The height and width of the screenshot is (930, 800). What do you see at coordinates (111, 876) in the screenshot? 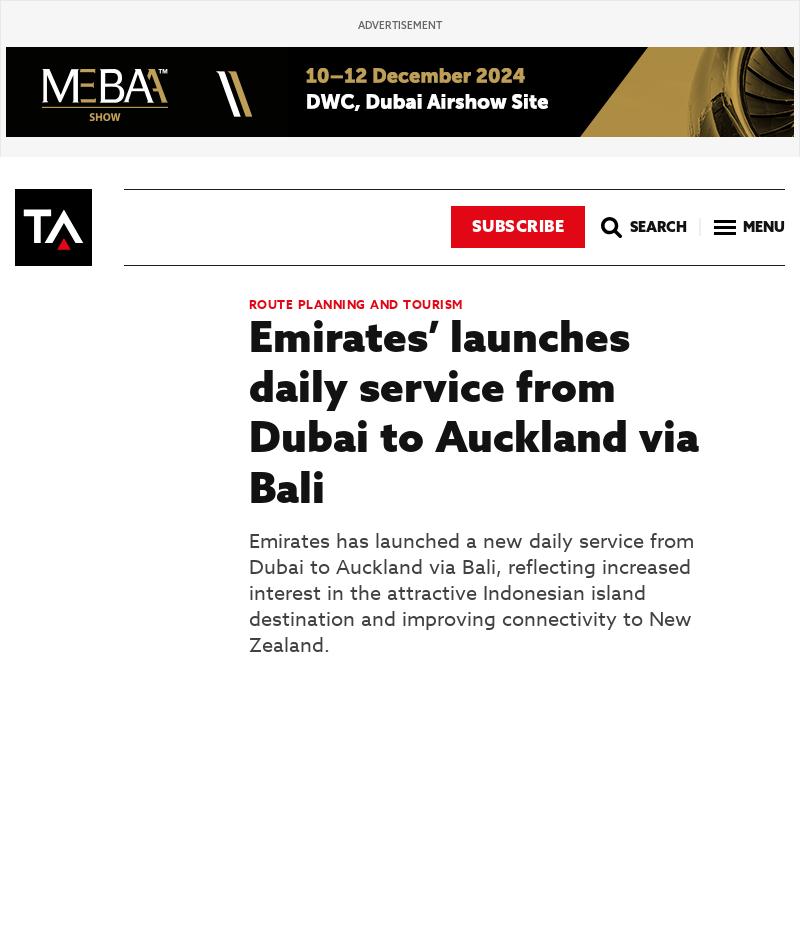
I see `'Related content'` at bounding box center [111, 876].